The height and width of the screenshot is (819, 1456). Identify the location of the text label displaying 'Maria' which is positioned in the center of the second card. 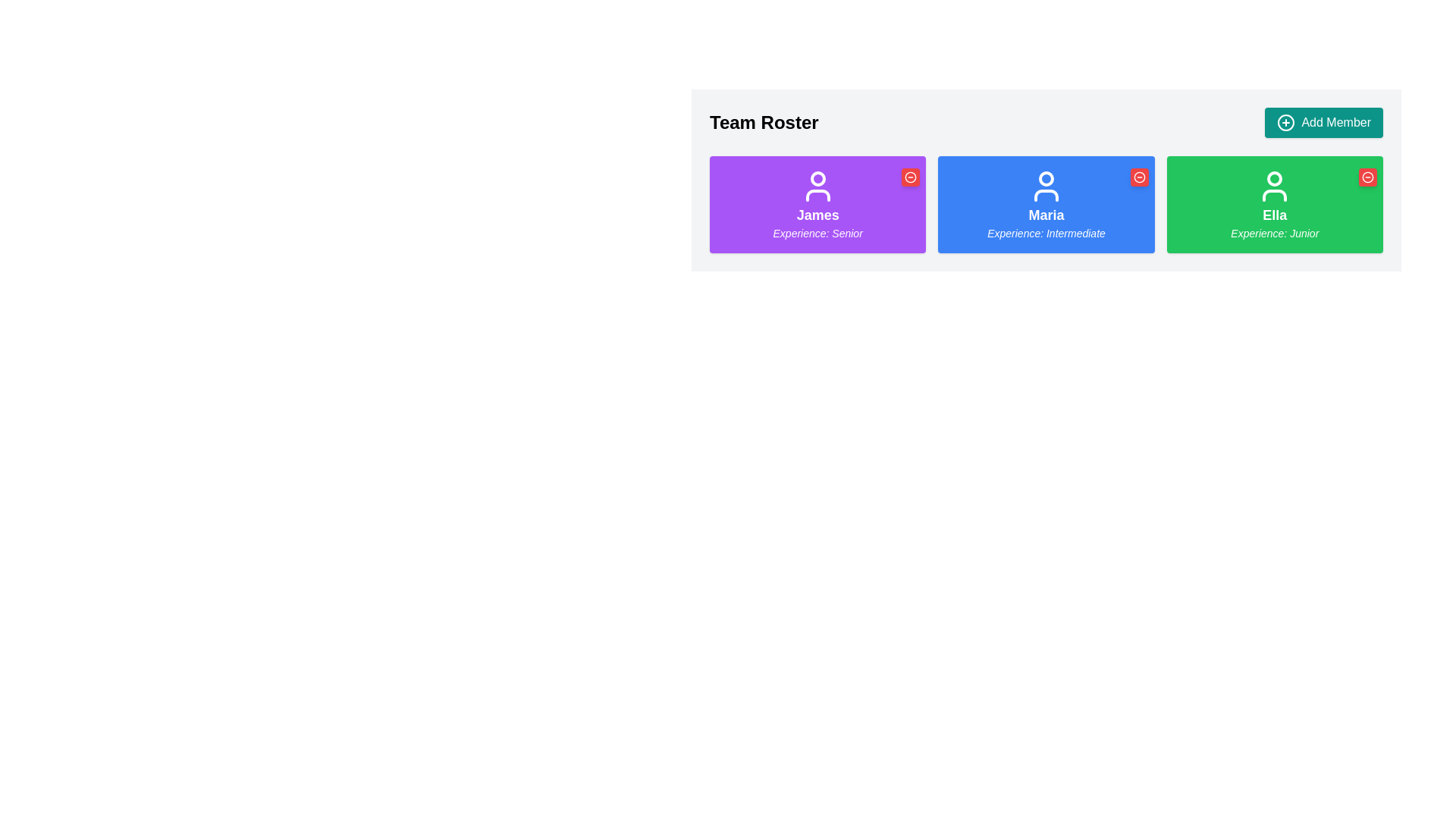
(1045, 215).